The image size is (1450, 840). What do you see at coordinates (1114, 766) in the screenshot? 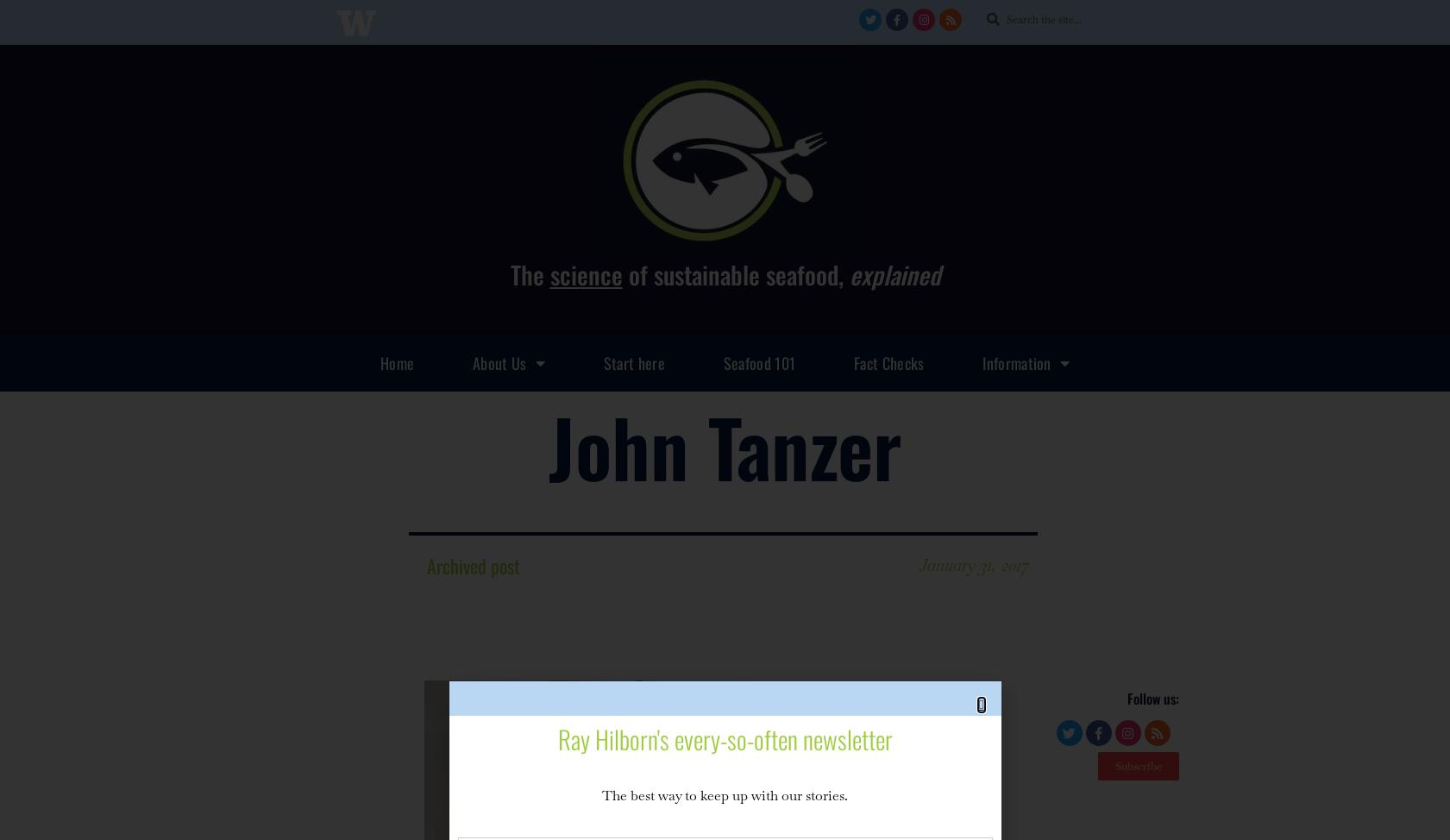
I see `'Subscribe'` at bounding box center [1114, 766].